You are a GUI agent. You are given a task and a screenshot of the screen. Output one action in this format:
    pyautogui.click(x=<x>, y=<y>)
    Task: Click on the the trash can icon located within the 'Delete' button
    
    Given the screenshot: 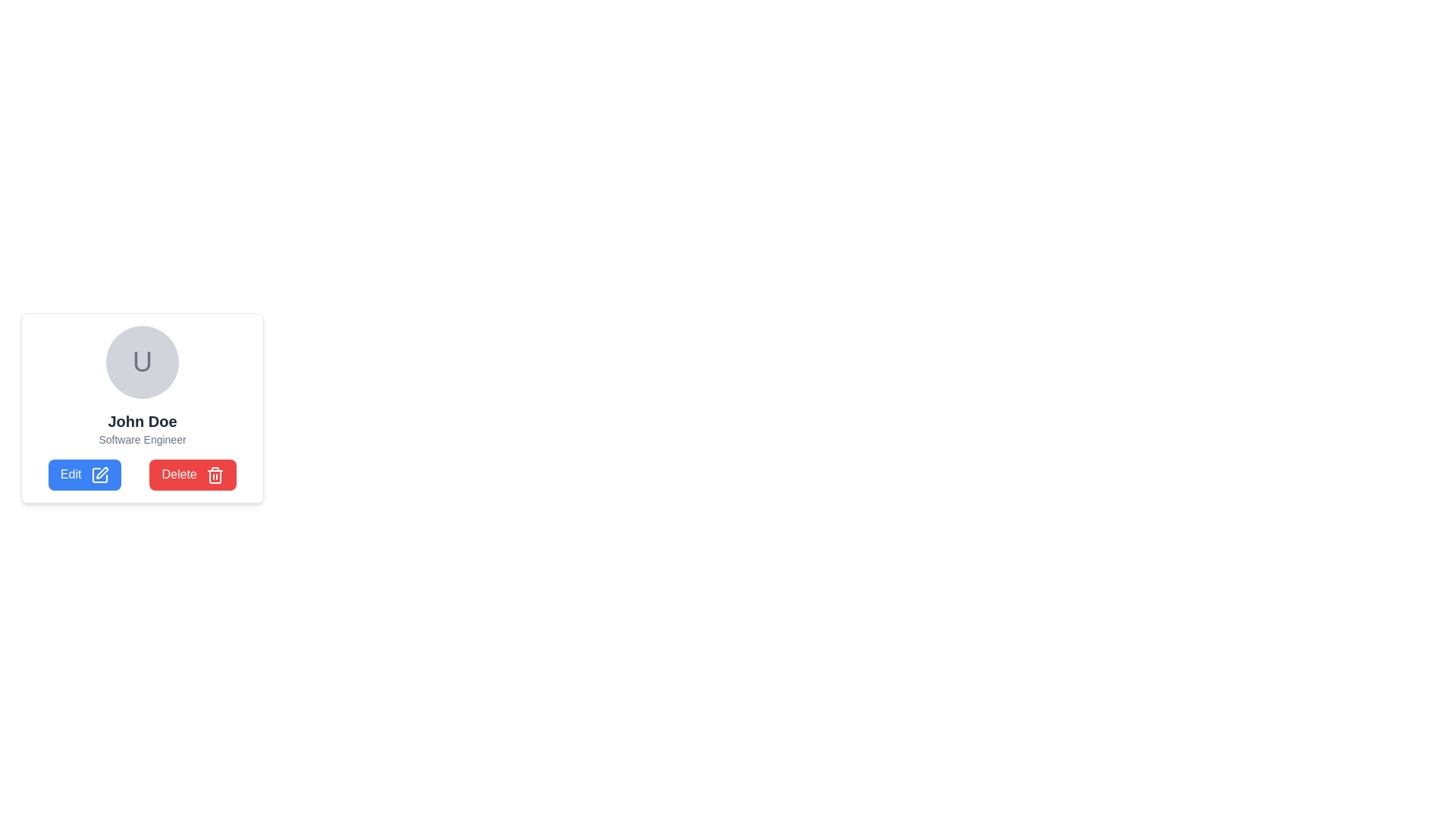 What is the action you would take?
    pyautogui.click(x=215, y=474)
    